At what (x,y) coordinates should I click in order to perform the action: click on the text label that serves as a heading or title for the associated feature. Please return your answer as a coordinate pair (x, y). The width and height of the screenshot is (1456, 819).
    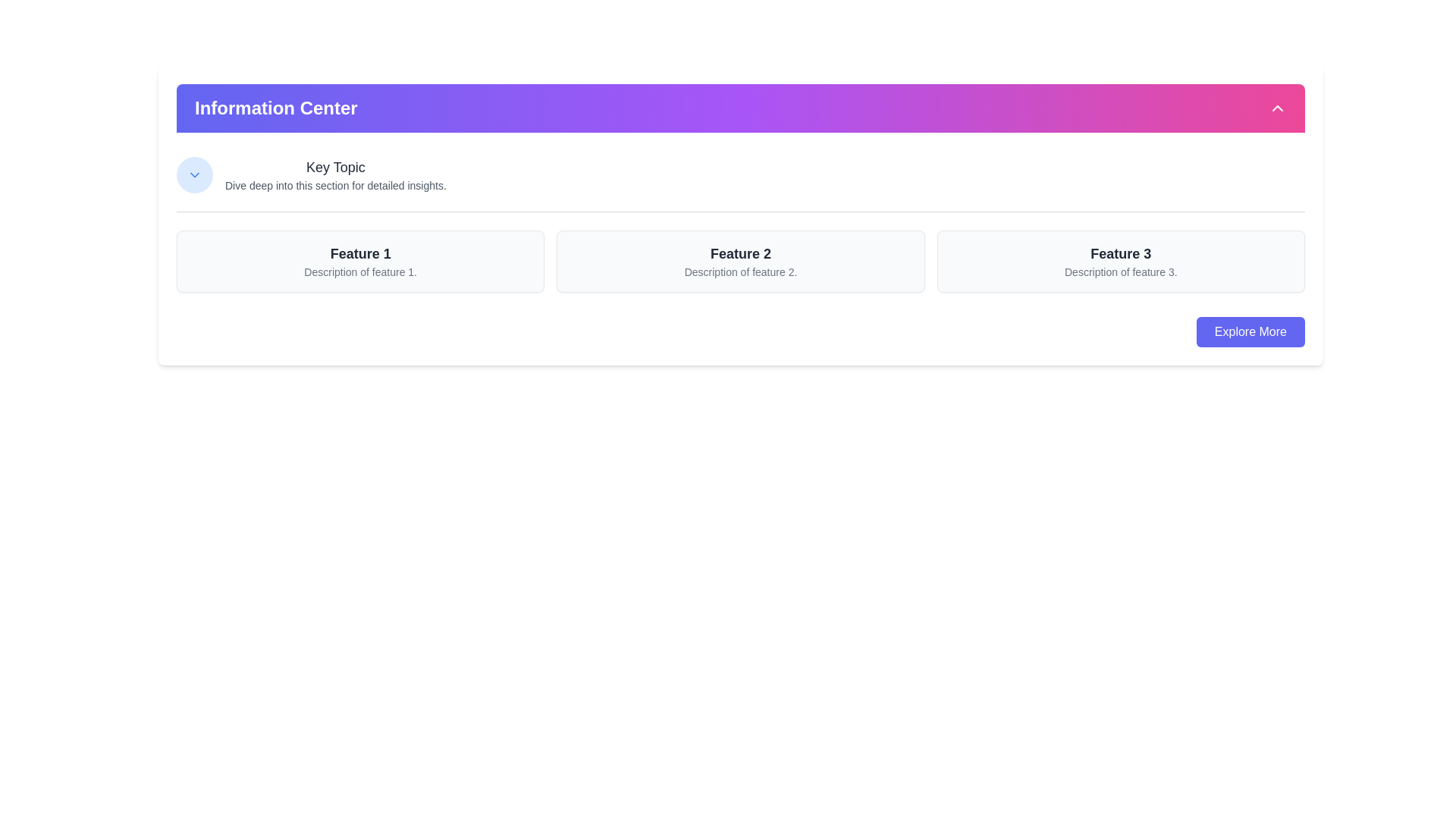
    Looking at the image, I should click on (740, 253).